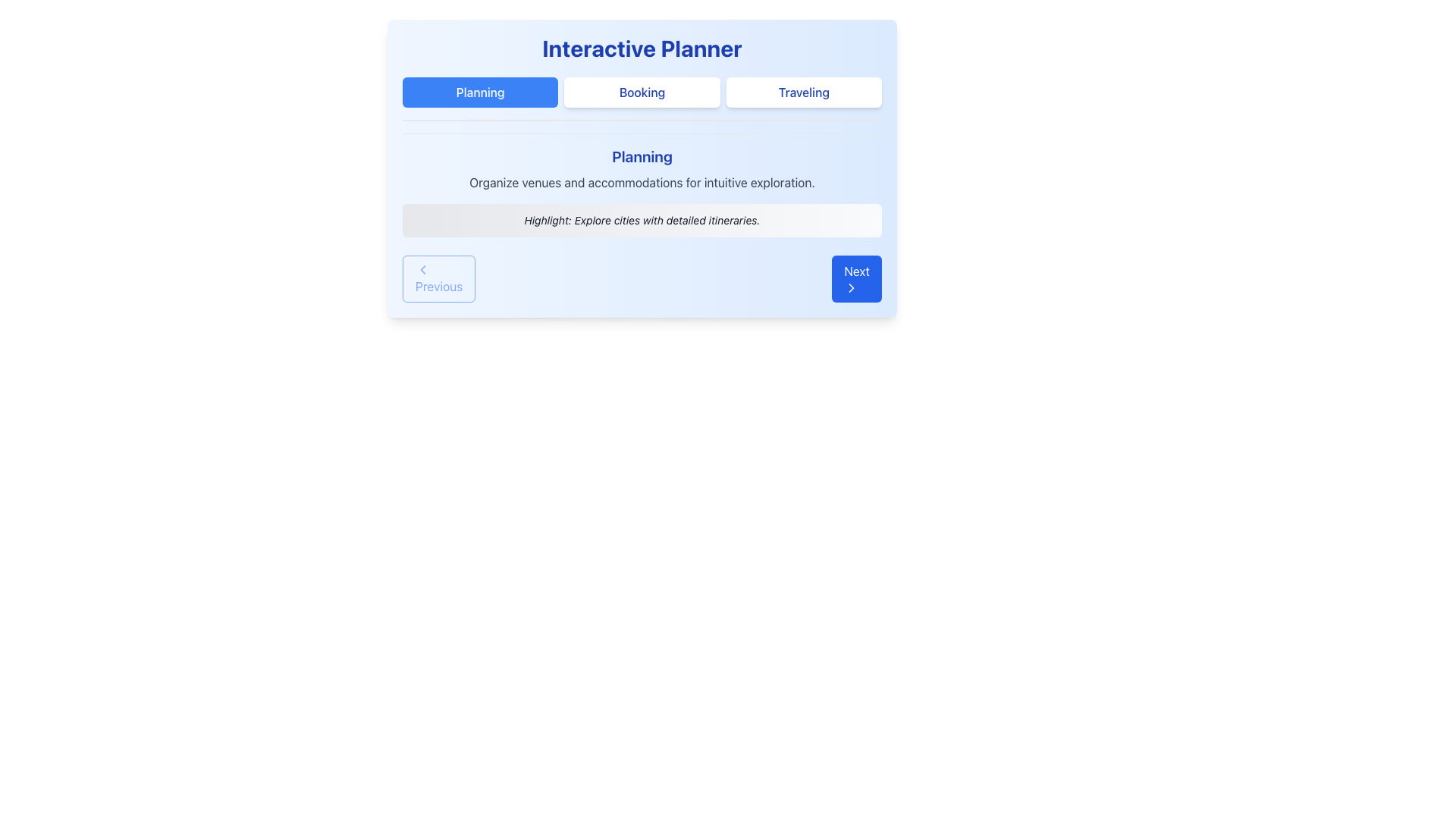  What do you see at coordinates (642, 93) in the screenshot?
I see `the 'Booking' button located between the 'Planning' button and the 'Traveling' button in the horizontal group under the 'Interactive Planner' header` at bounding box center [642, 93].